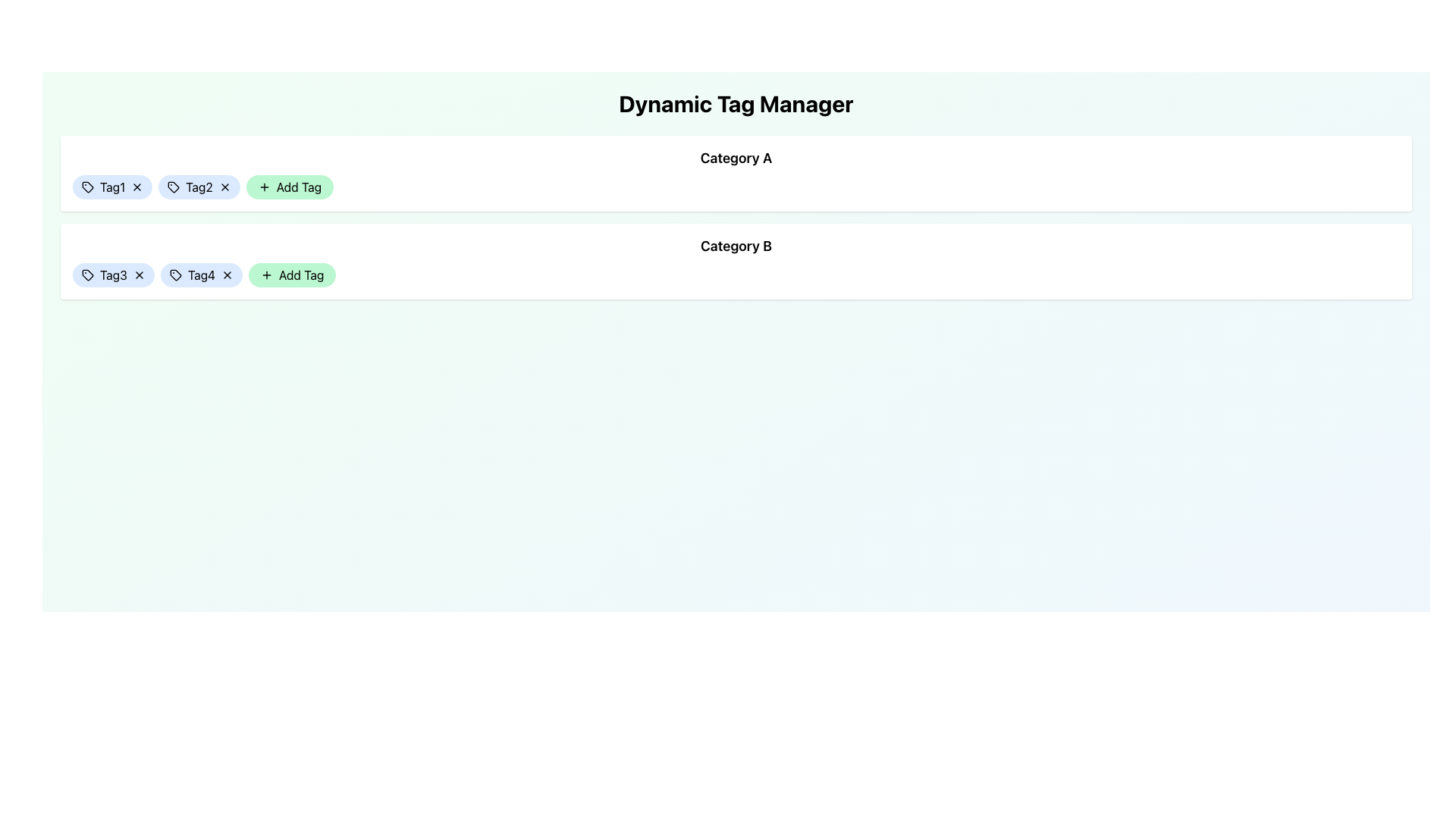 The width and height of the screenshot is (1456, 819). What do you see at coordinates (264, 186) in the screenshot?
I see `the plus sign icon located within the green 'Add Tag' button in the first row under 'Category A'` at bounding box center [264, 186].